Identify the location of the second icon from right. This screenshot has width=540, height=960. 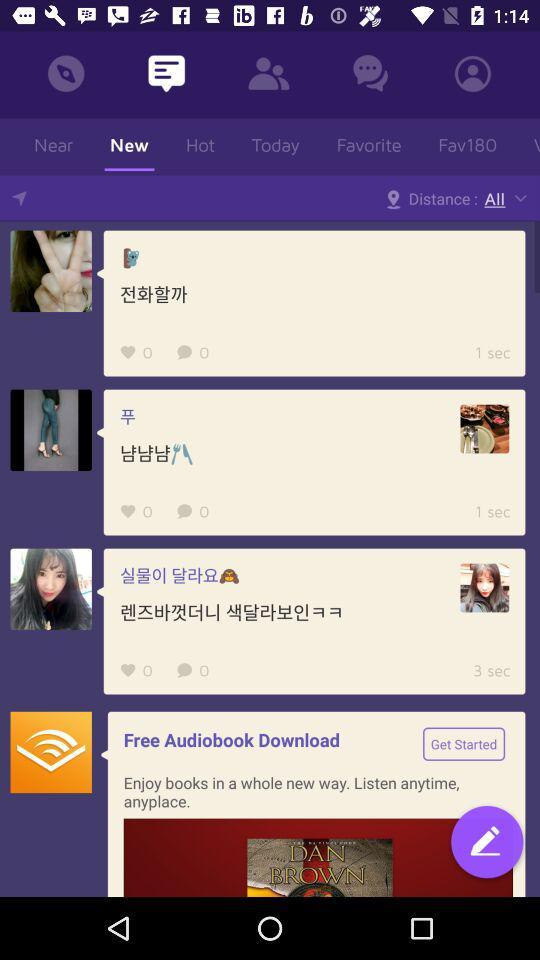
(369, 73).